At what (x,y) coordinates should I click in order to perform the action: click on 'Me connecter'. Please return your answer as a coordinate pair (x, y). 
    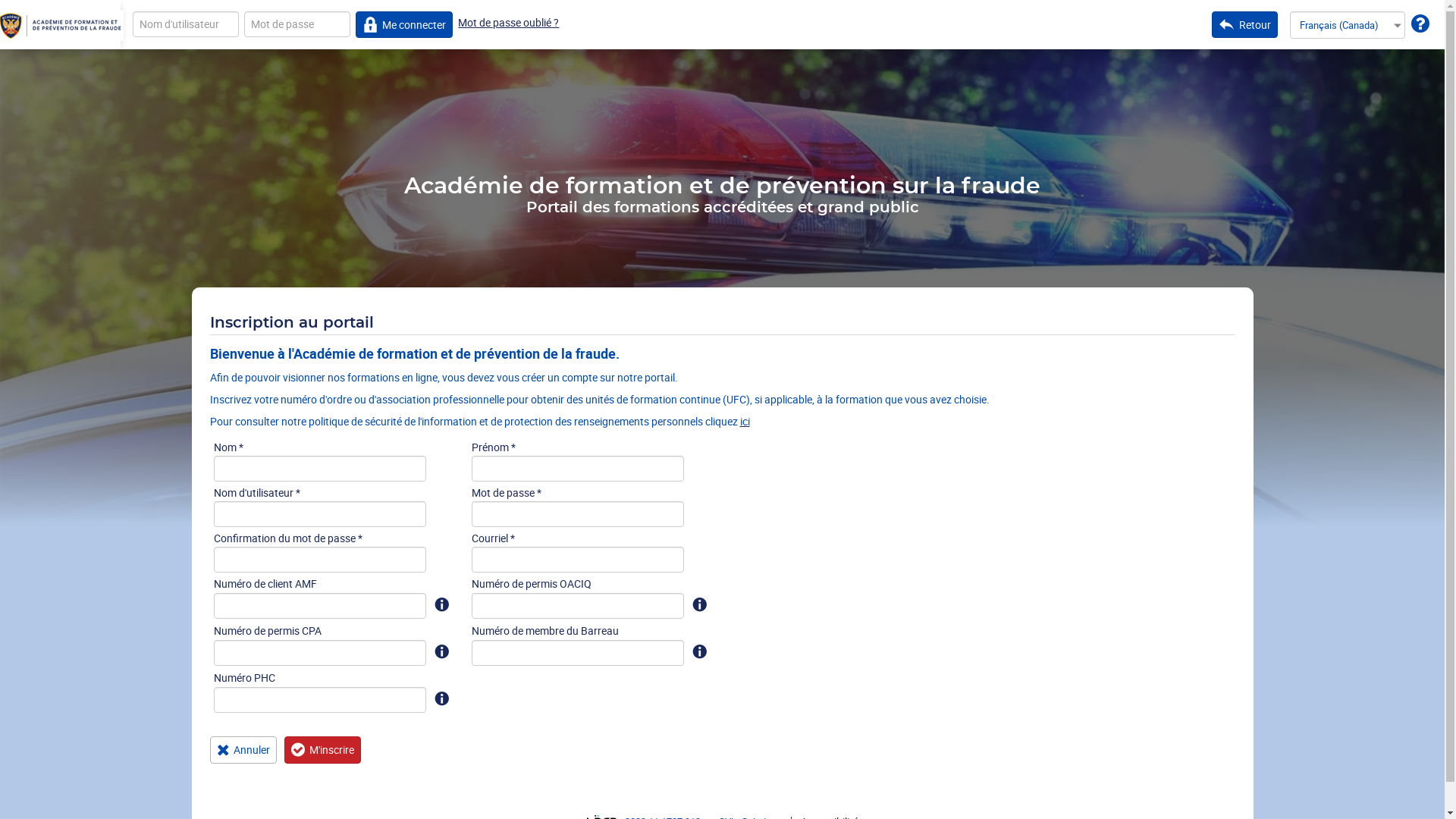
    Looking at the image, I should click on (404, 24).